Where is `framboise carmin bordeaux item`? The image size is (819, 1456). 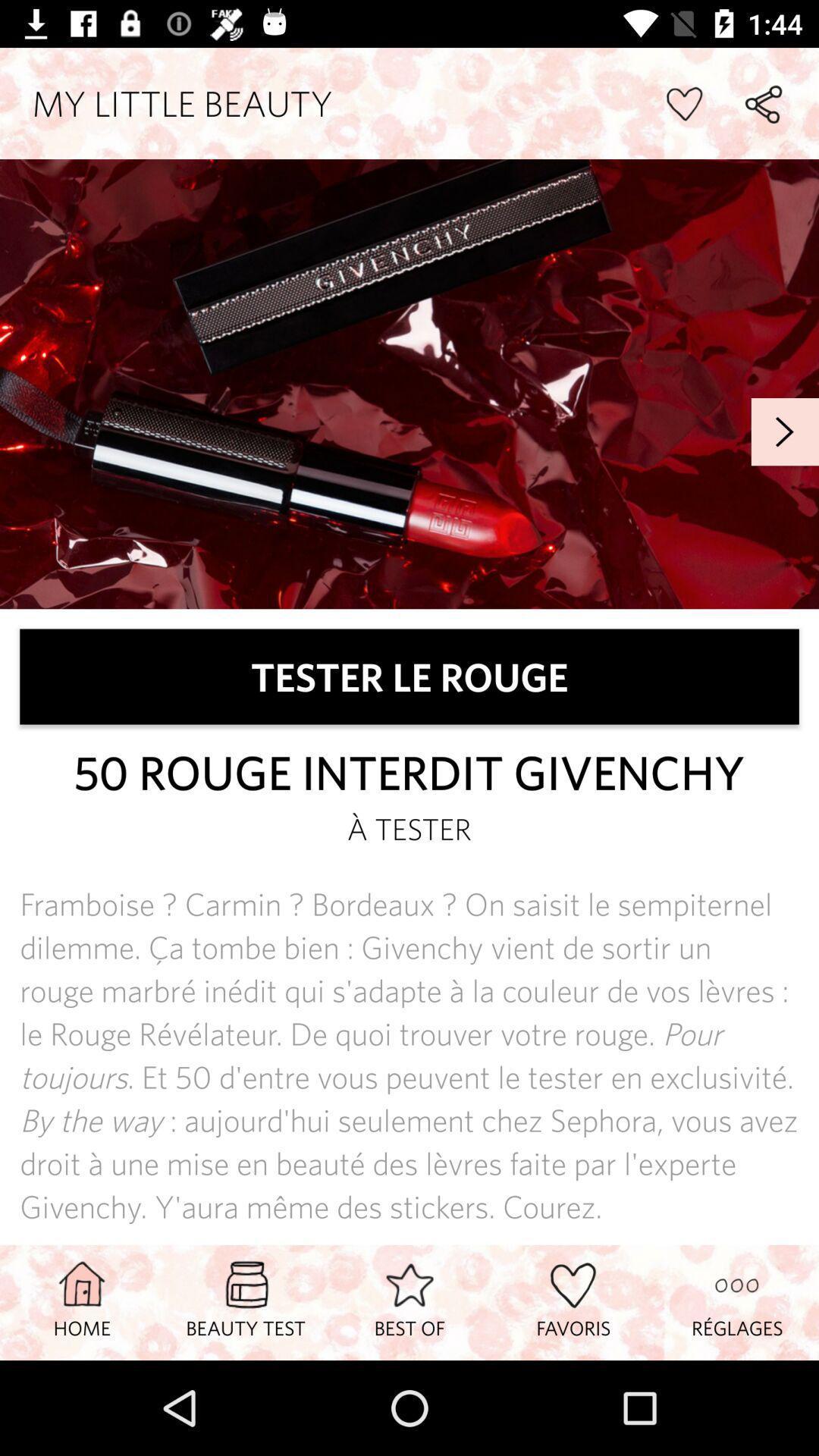
framboise carmin bordeaux item is located at coordinates (409, 1055).